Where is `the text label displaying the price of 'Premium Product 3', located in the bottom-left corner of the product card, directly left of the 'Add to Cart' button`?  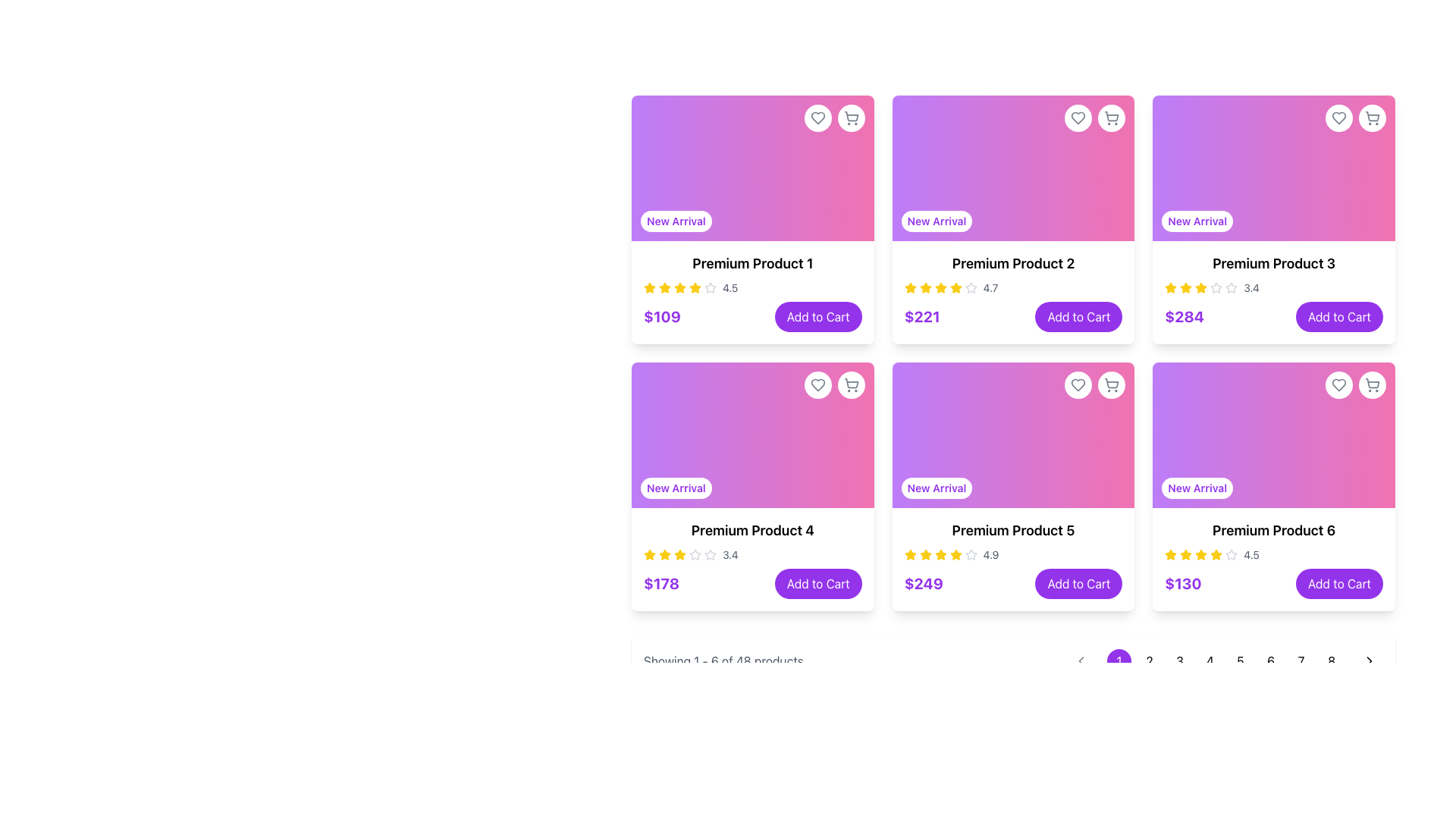
the text label displaying the price of 'Premium Product 3', located in the bottom-left corner of the product card, directly left of the 'Add to Cart' button is located at coordinates (1184, 315).